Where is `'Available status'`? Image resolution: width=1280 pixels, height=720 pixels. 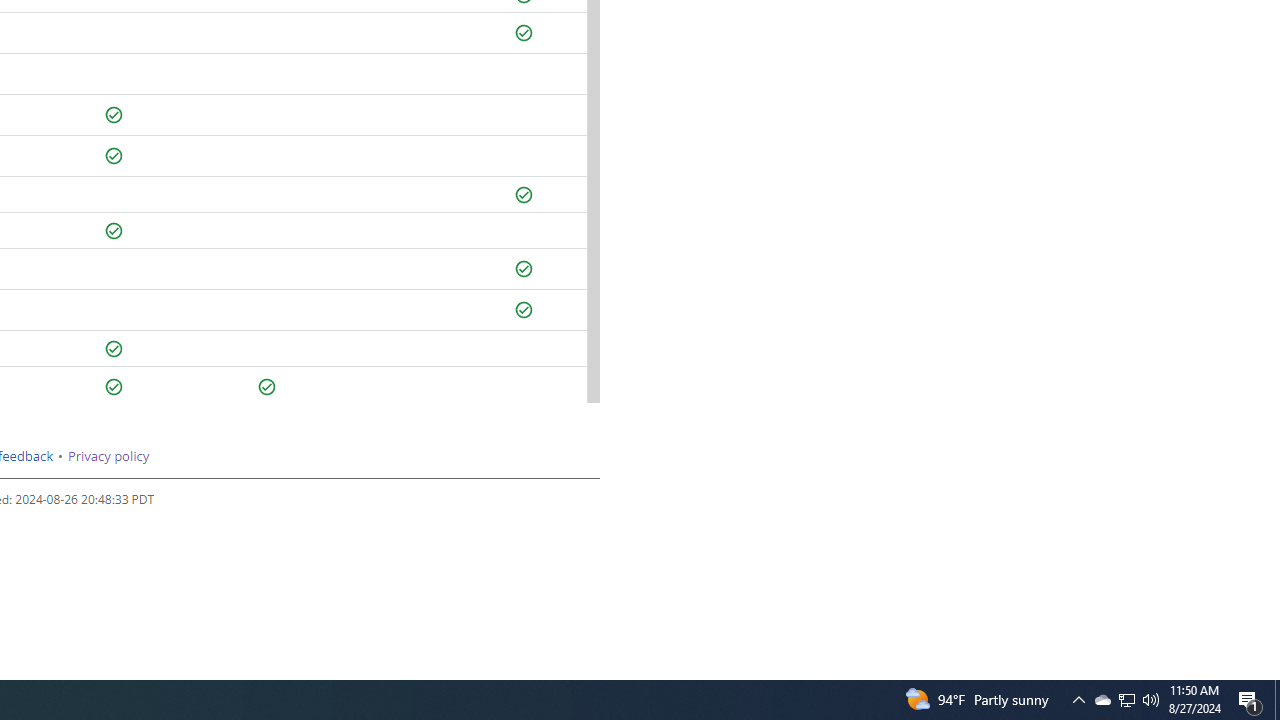 'Available status' is located at coordinates (266, 387).